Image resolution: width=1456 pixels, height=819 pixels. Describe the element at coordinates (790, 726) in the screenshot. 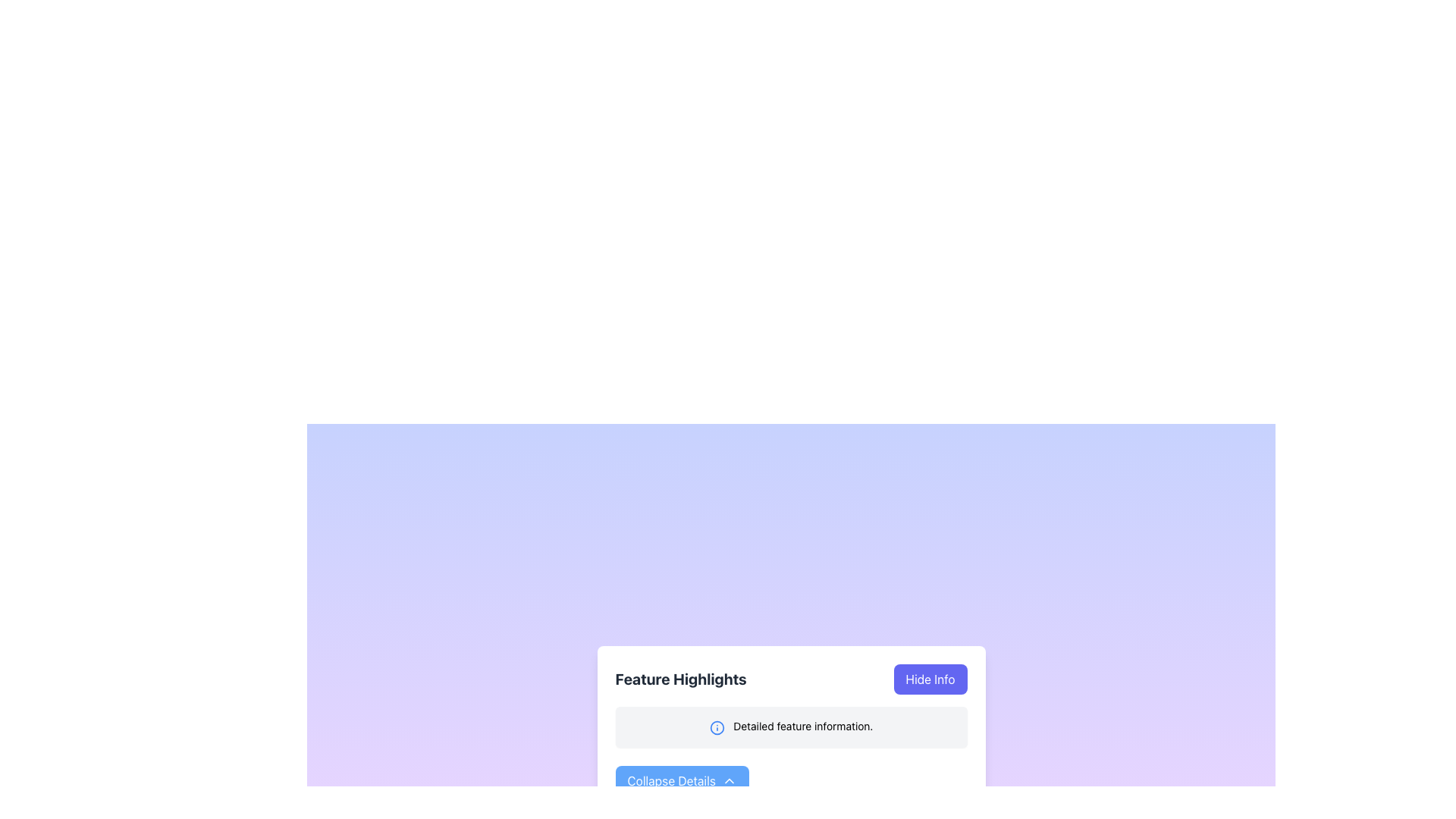

I see `the informational text panel with an icon located below the 'Feature Highlights' section title and 'Hide Info' button, and above the 'Collapse Details' button` at that location.